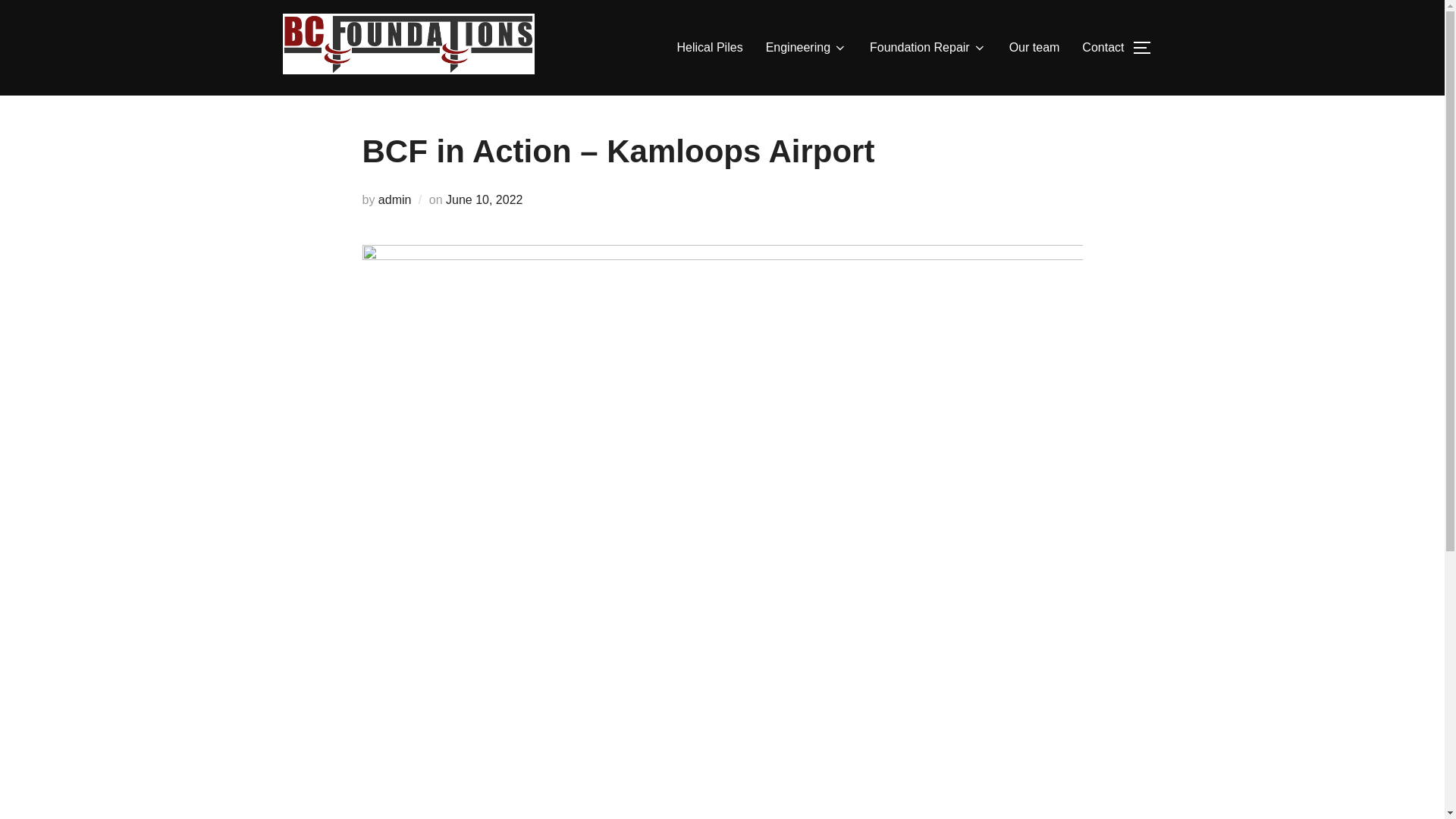  I want to click on 'Engineering', so click(765, 46).